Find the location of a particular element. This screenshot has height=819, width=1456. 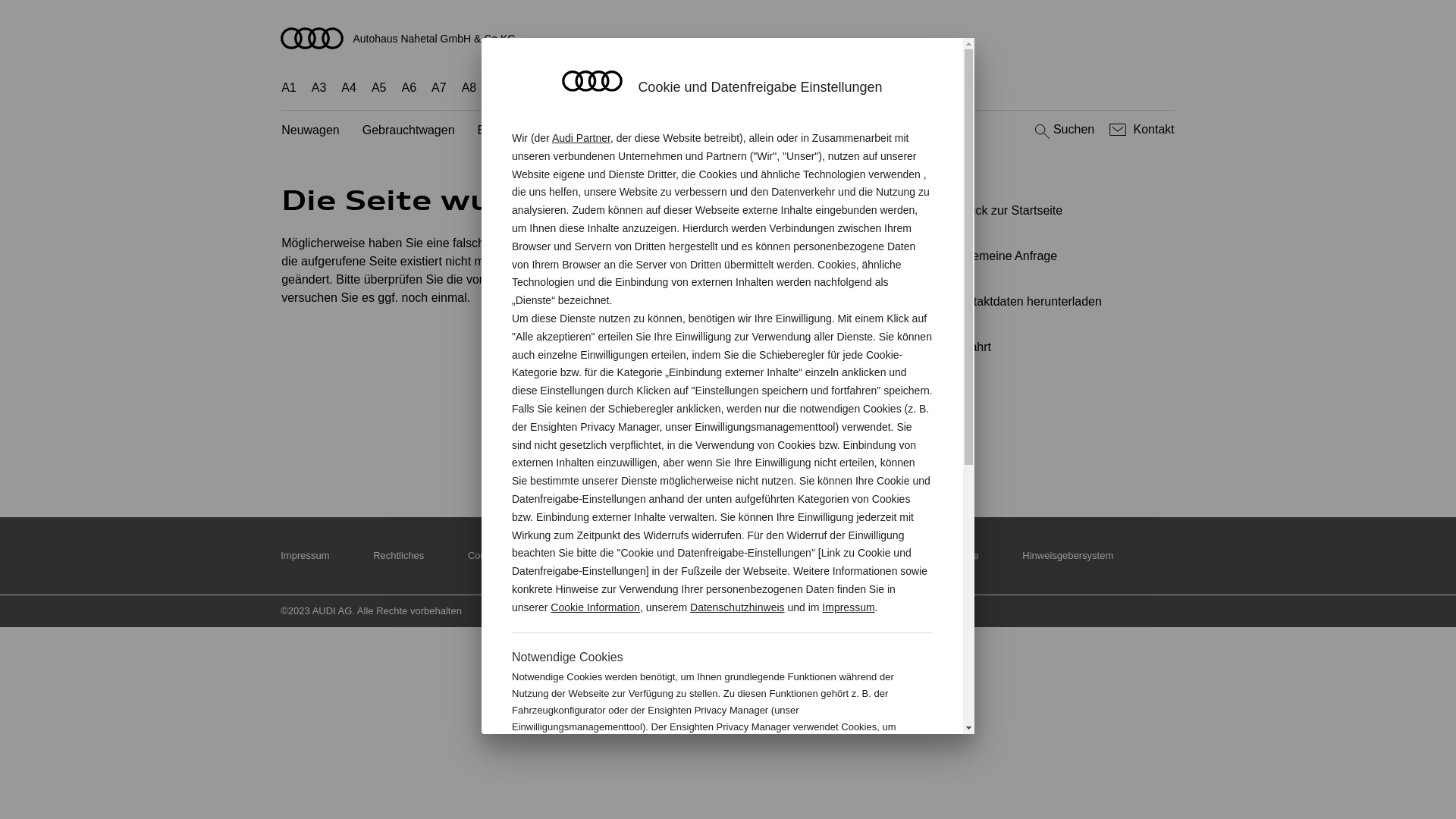

'Hinweisgebersystem' is located at coordinates (1066, 555).